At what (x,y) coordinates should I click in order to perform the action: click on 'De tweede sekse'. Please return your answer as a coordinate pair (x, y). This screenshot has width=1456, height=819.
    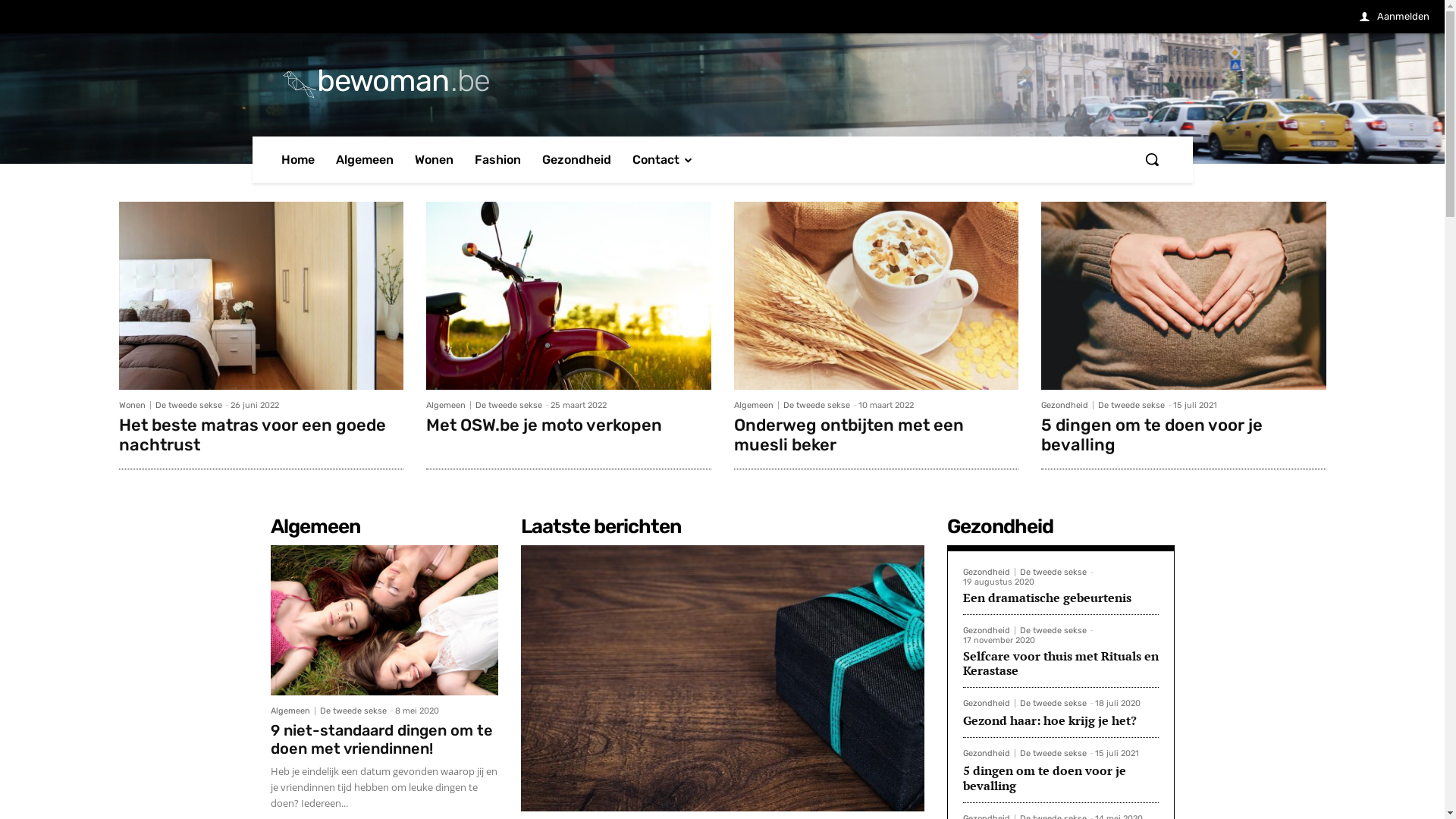
    Looking at the image, I should click on (1051, 703).